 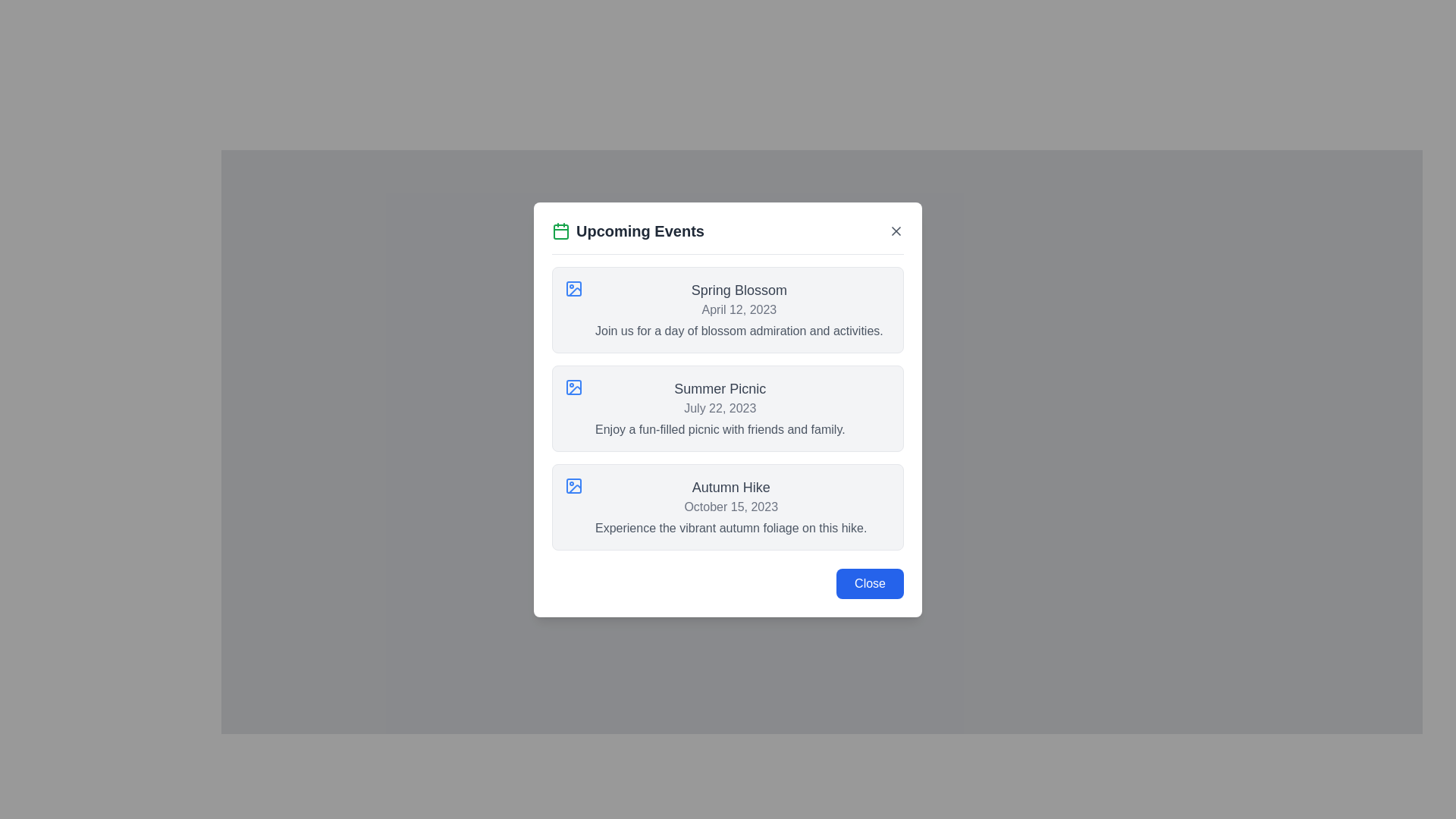 What do you see at coordinates (731, 507) in the screenshot?
I see `the date text label 'October 15, 2023' located below the title 'Autumn Hike' in the lower section of the card layout for the event` at bounding box center [731, 507].